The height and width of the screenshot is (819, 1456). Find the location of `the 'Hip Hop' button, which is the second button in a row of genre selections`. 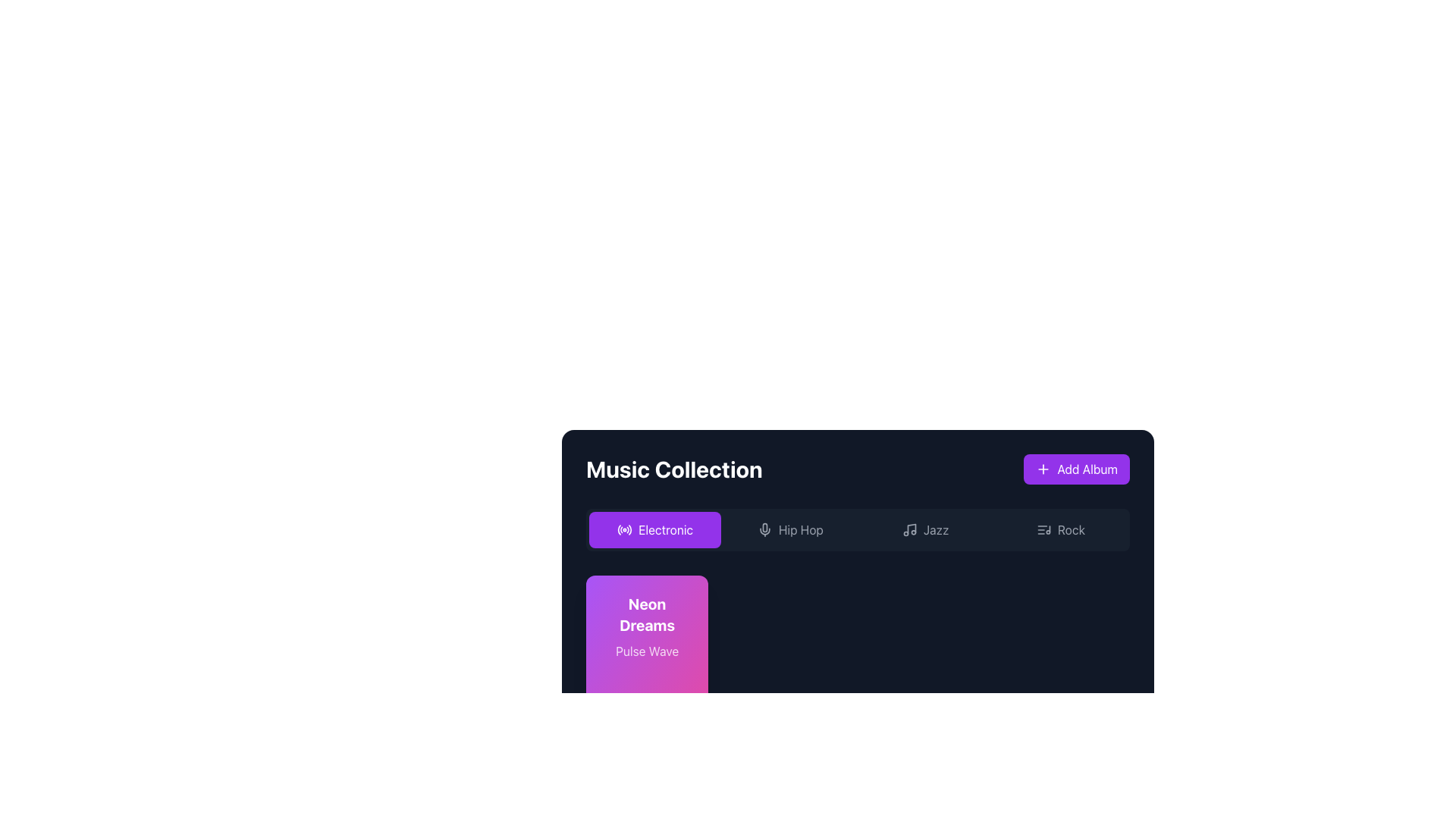

the 'Hip Hop' button, which is the second button in a row of genre selections is located at coordinates (789, 529).